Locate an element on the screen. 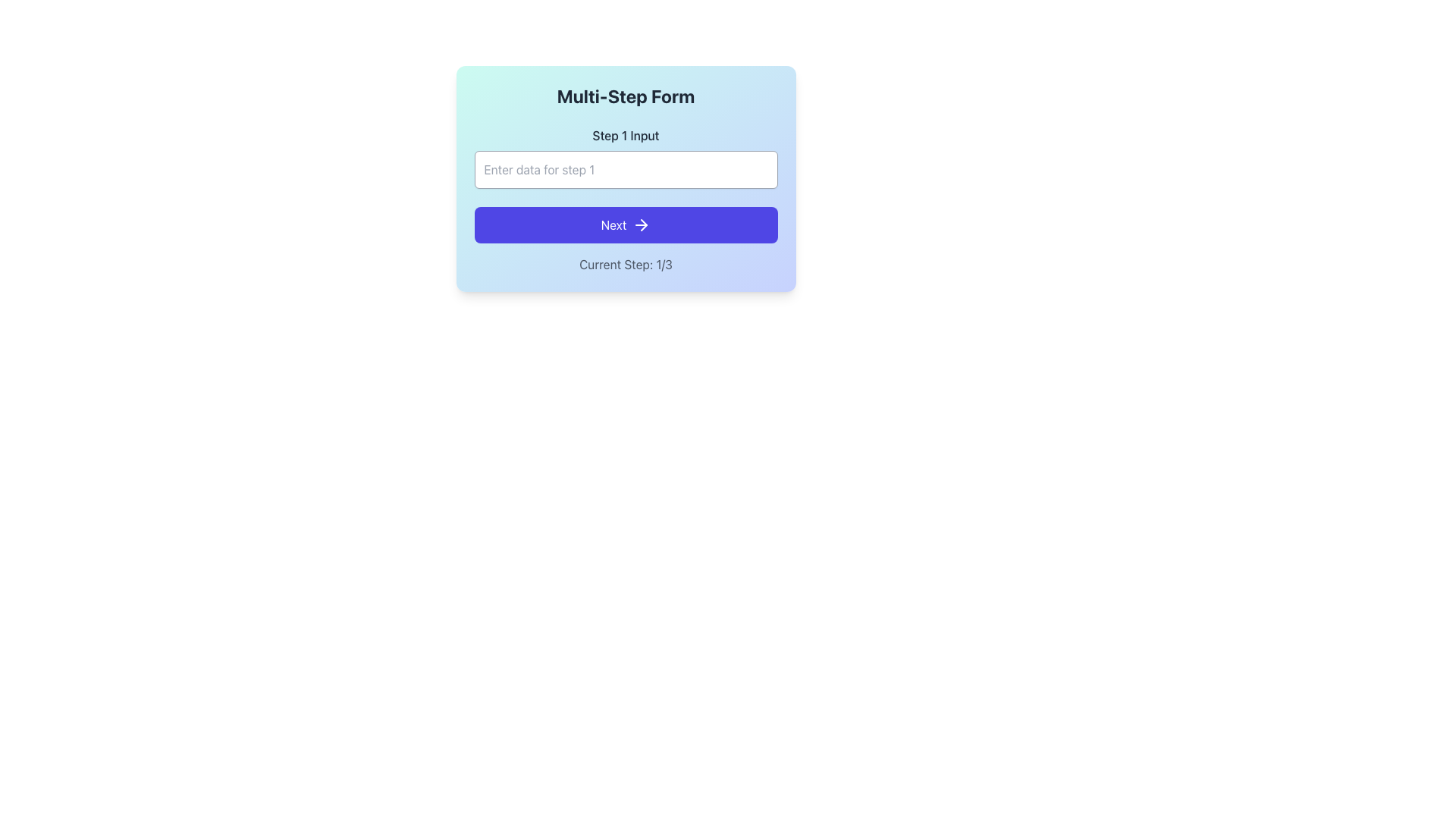 The image size is (1456, 819). the rightward arrow icon on the 'Next' button, which is a minimalist design in white on a blue background, located at the bottom-center of the form card is located at coordinates (642, 225).